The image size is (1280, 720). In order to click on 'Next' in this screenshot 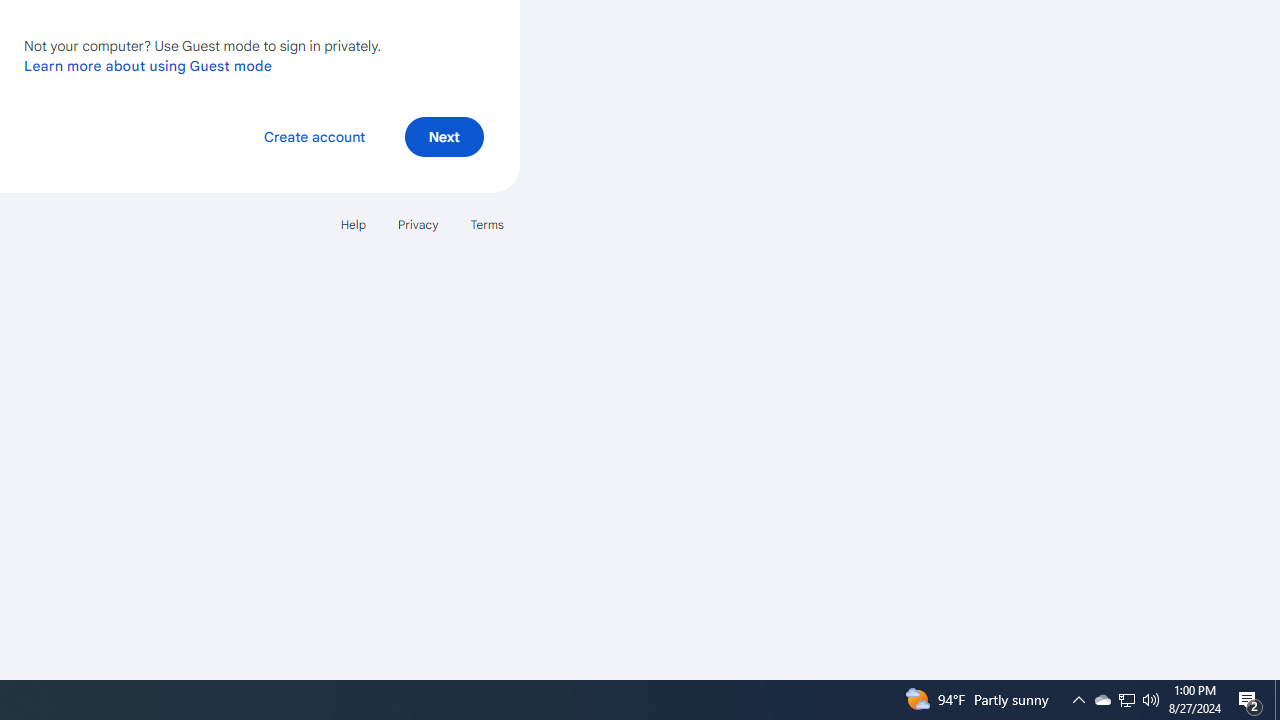, I will do `click(443, 135)`.